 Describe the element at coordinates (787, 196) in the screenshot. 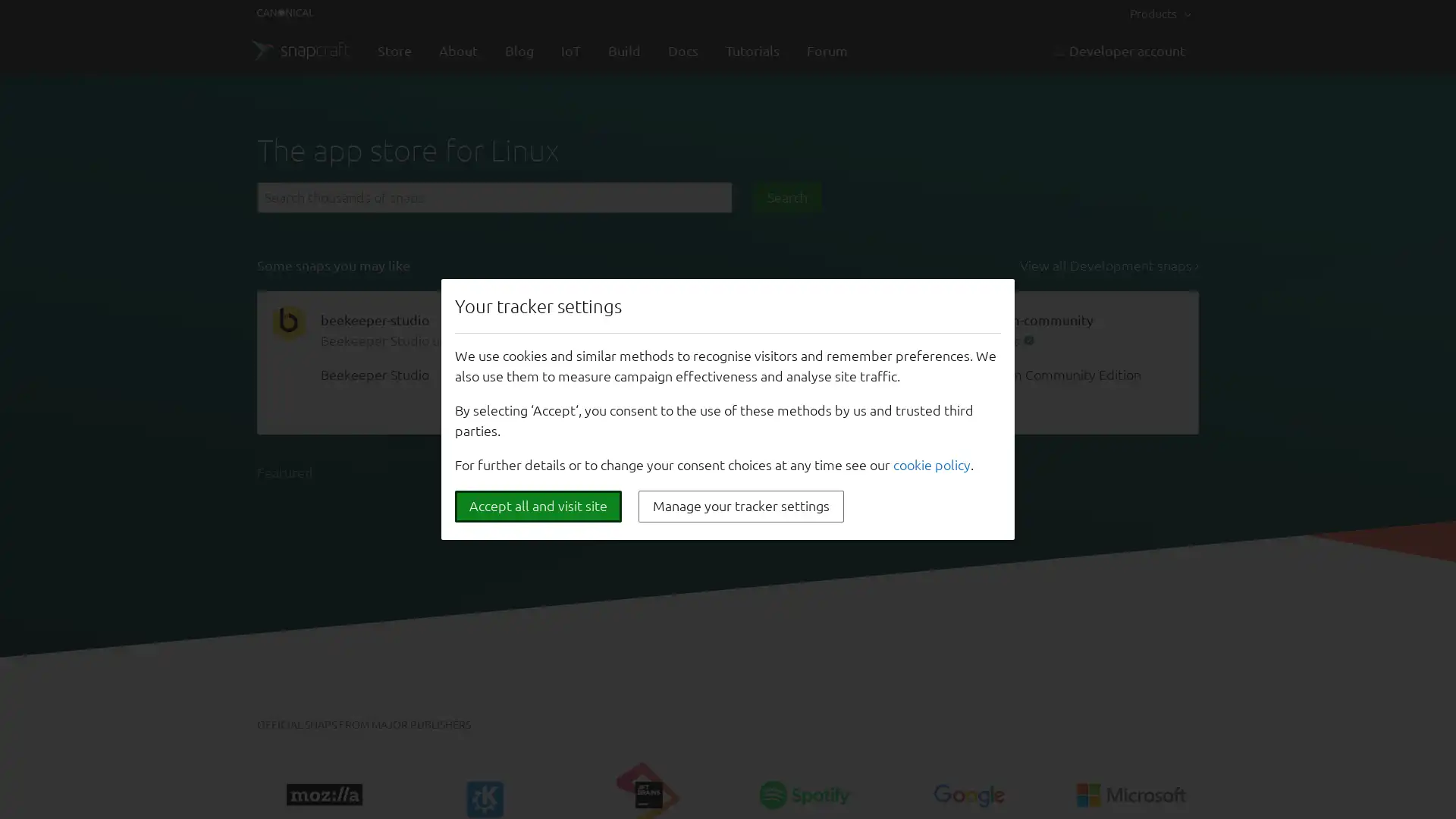

I see `Search` at that location.